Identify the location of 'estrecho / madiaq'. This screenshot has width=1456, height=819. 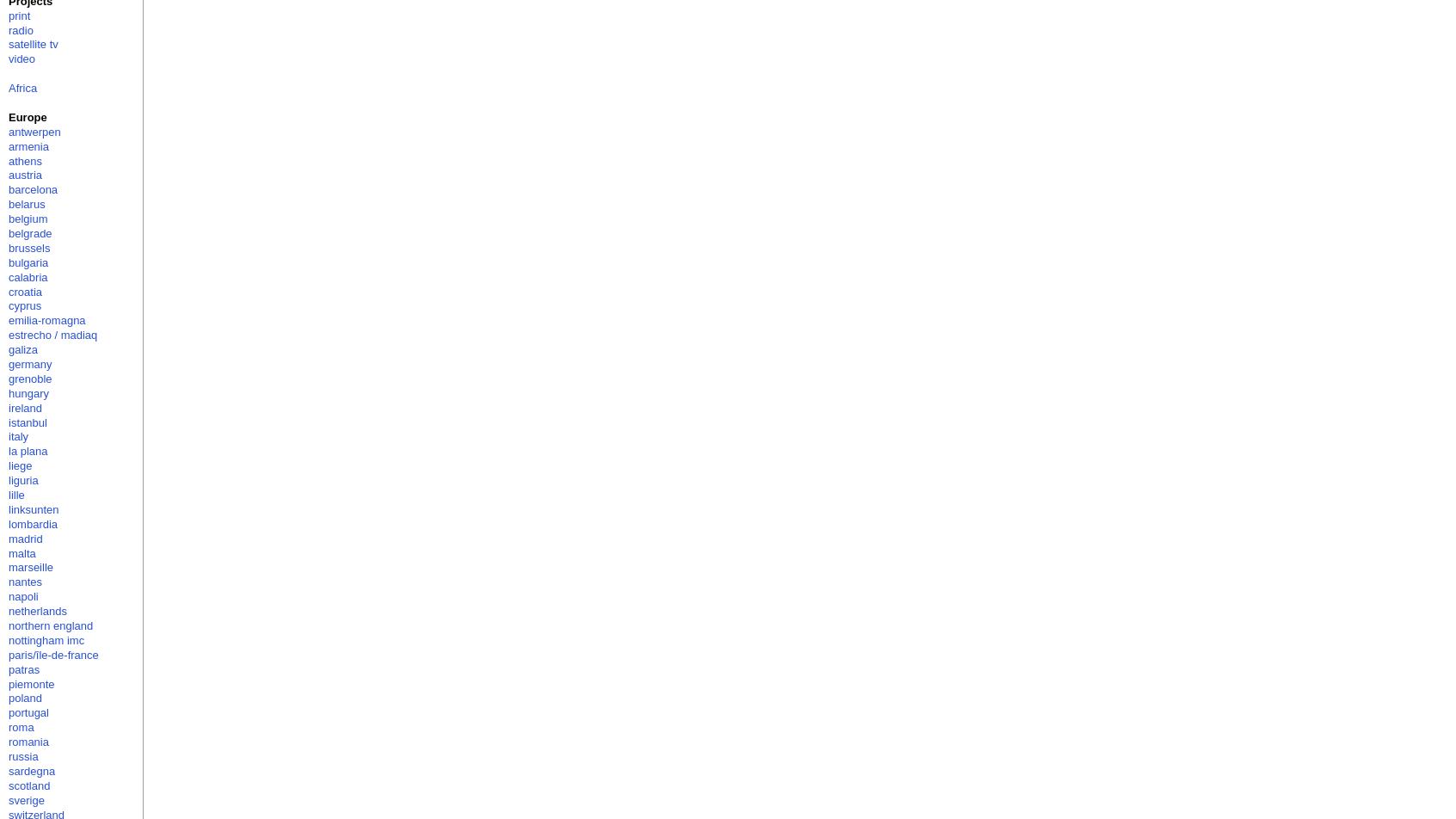
(7, 335).